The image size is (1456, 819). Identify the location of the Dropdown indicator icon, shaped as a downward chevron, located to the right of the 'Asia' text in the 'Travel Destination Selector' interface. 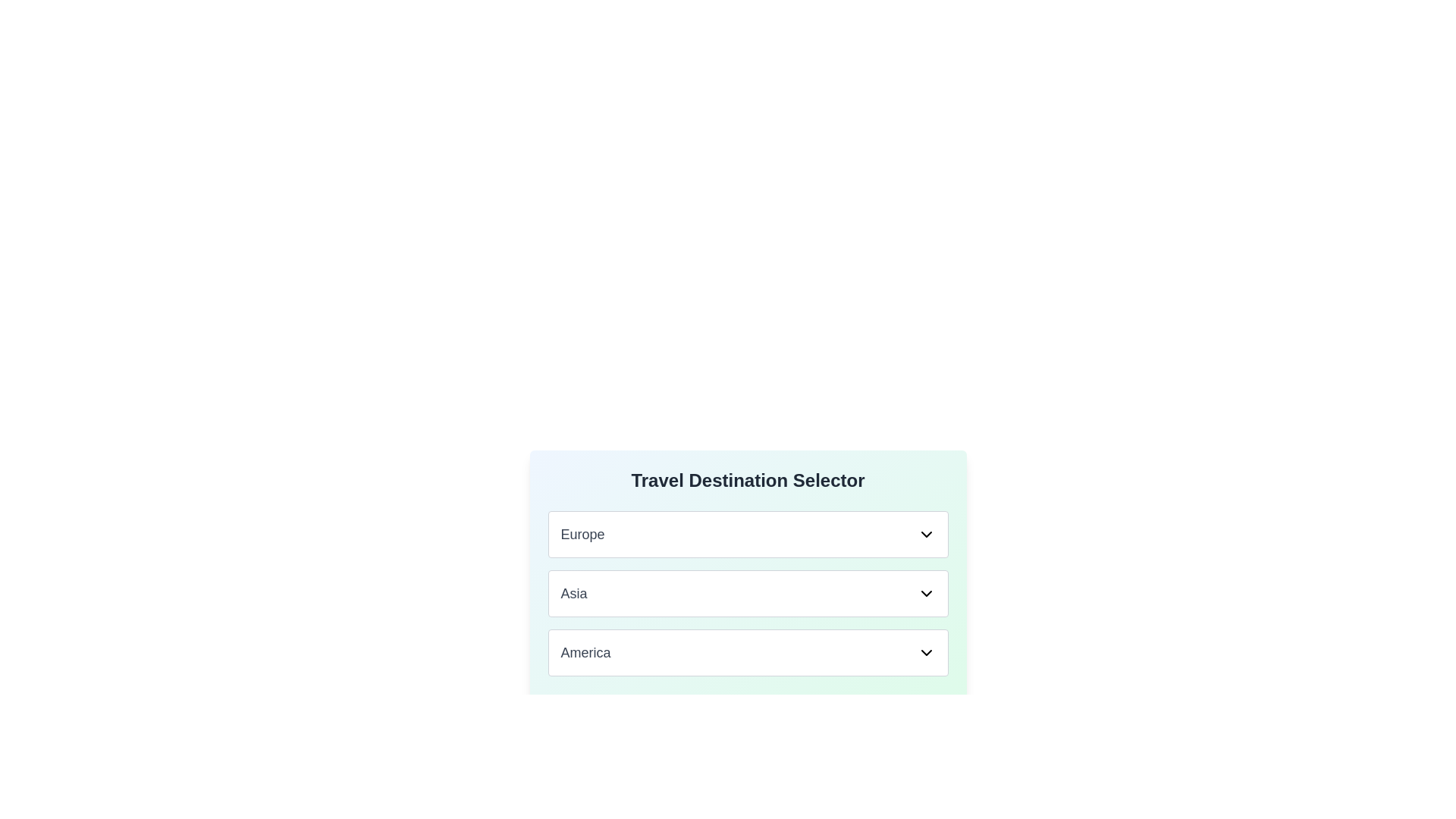
(925, 593).